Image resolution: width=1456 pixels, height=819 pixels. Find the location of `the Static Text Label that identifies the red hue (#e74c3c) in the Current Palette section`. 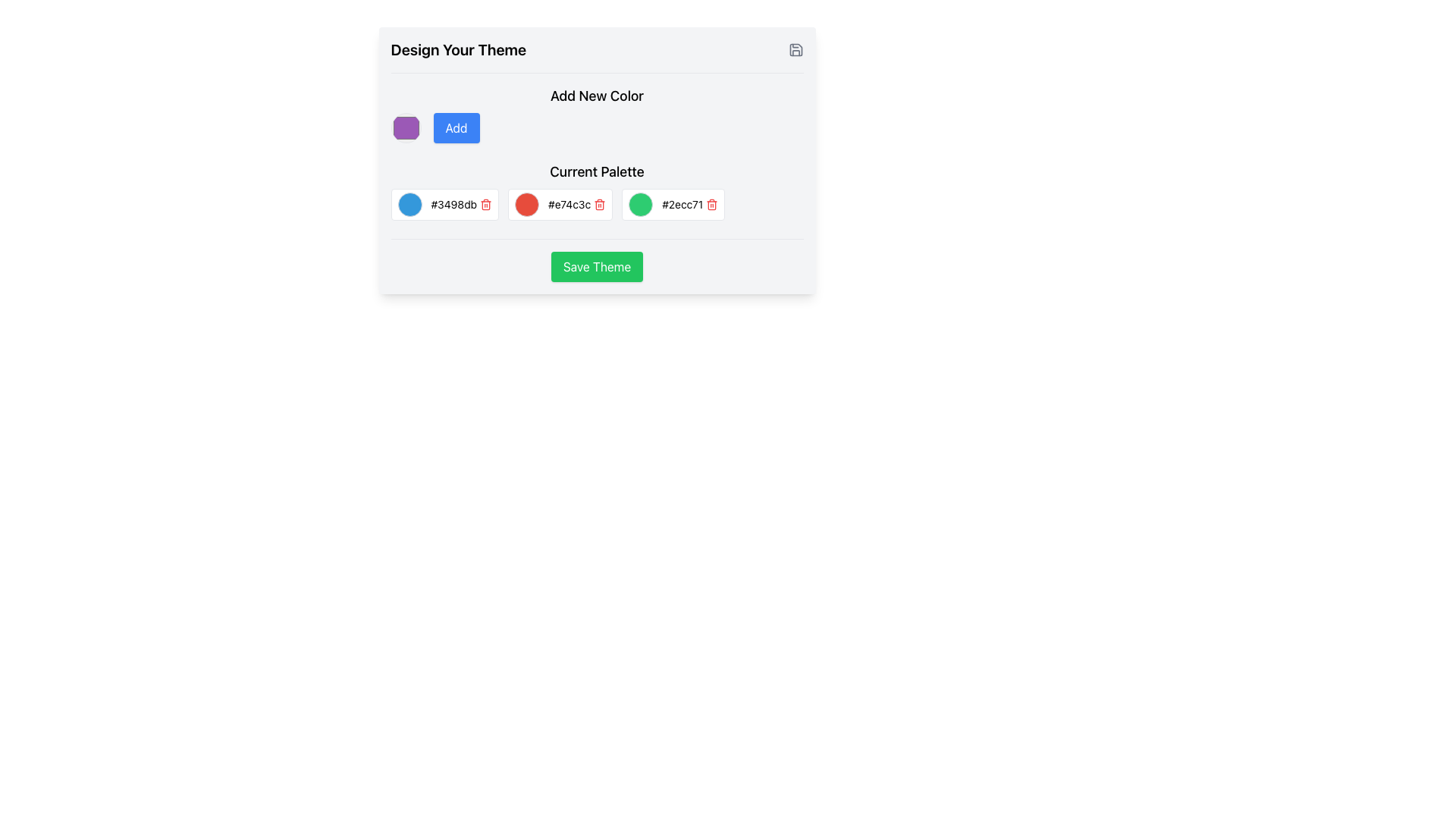

the Static Text Label that identifies the red hue (#e74c3c) in the Current Palette section is located at coordinates (569, 205).